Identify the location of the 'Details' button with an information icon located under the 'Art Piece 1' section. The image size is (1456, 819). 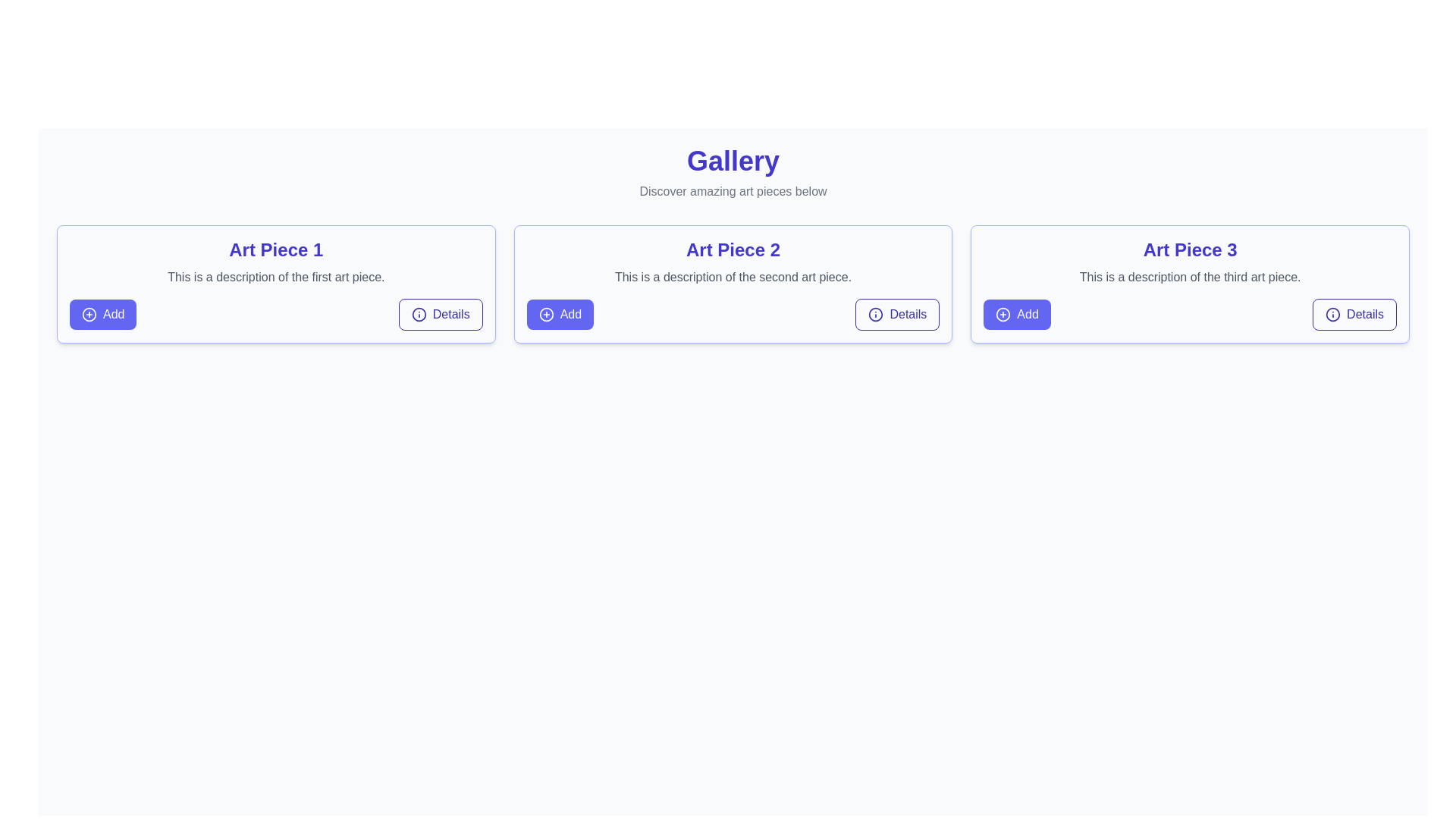
(440, 314).